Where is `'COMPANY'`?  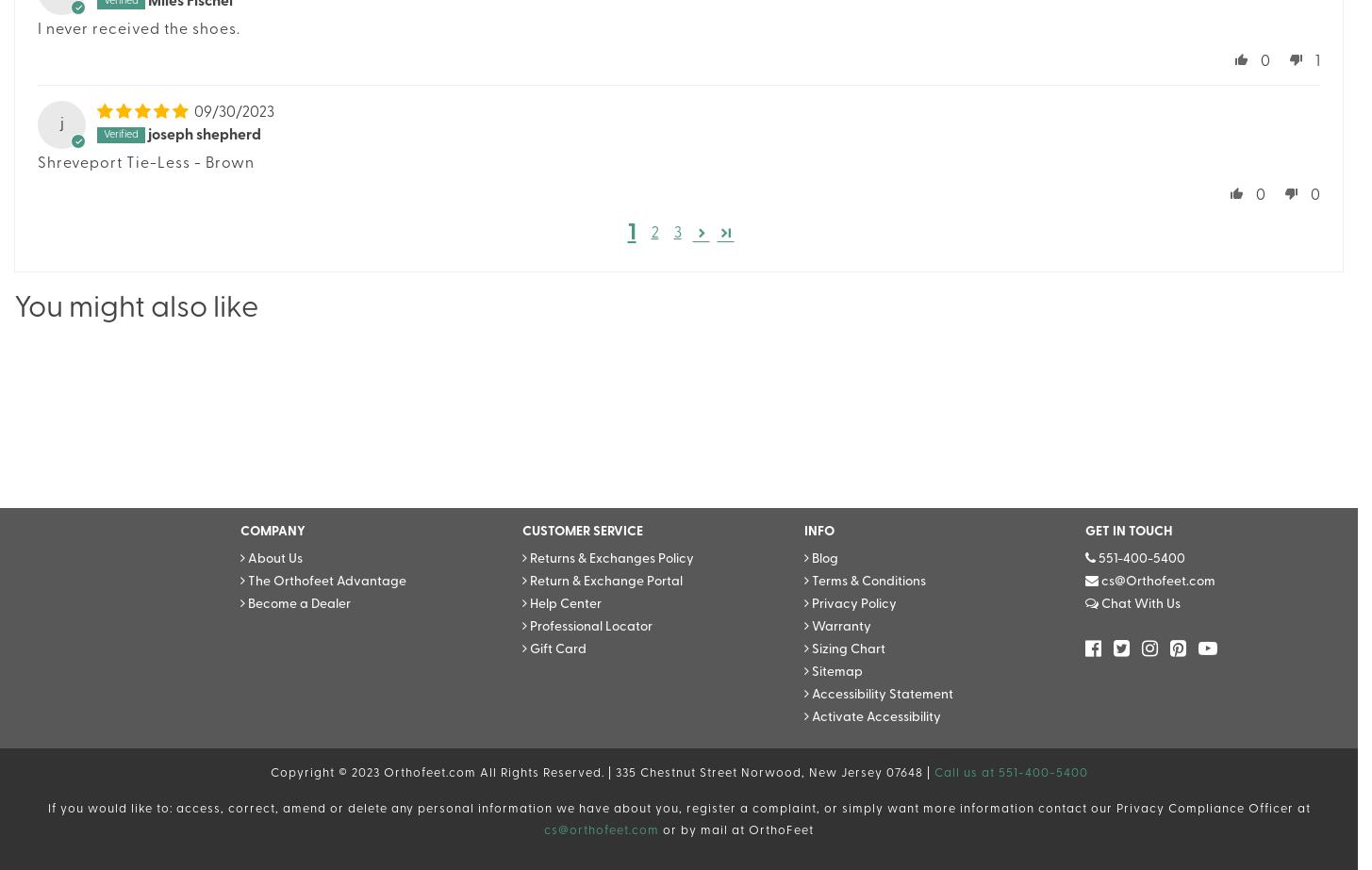 'COMPANY' is located at coordinates (273, 531).